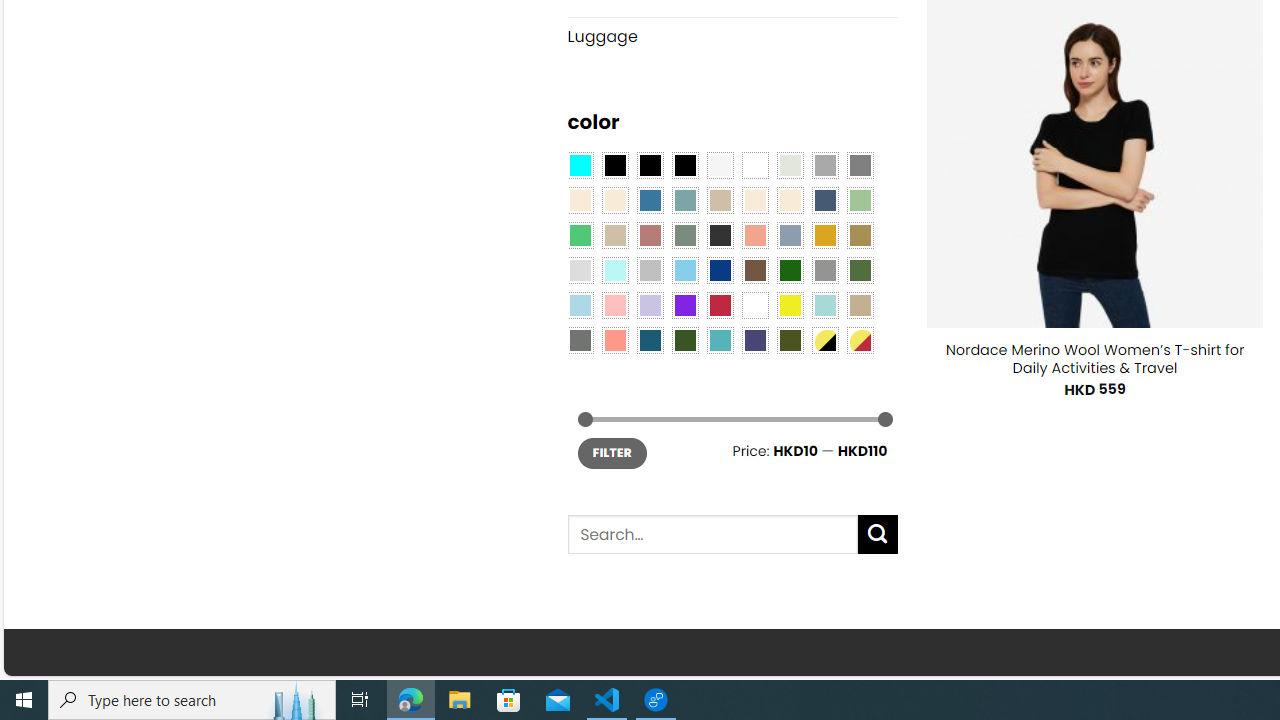 This screenshot has height=720, width=1280. I want to click on 'Black-Brown', so click(684, 163).